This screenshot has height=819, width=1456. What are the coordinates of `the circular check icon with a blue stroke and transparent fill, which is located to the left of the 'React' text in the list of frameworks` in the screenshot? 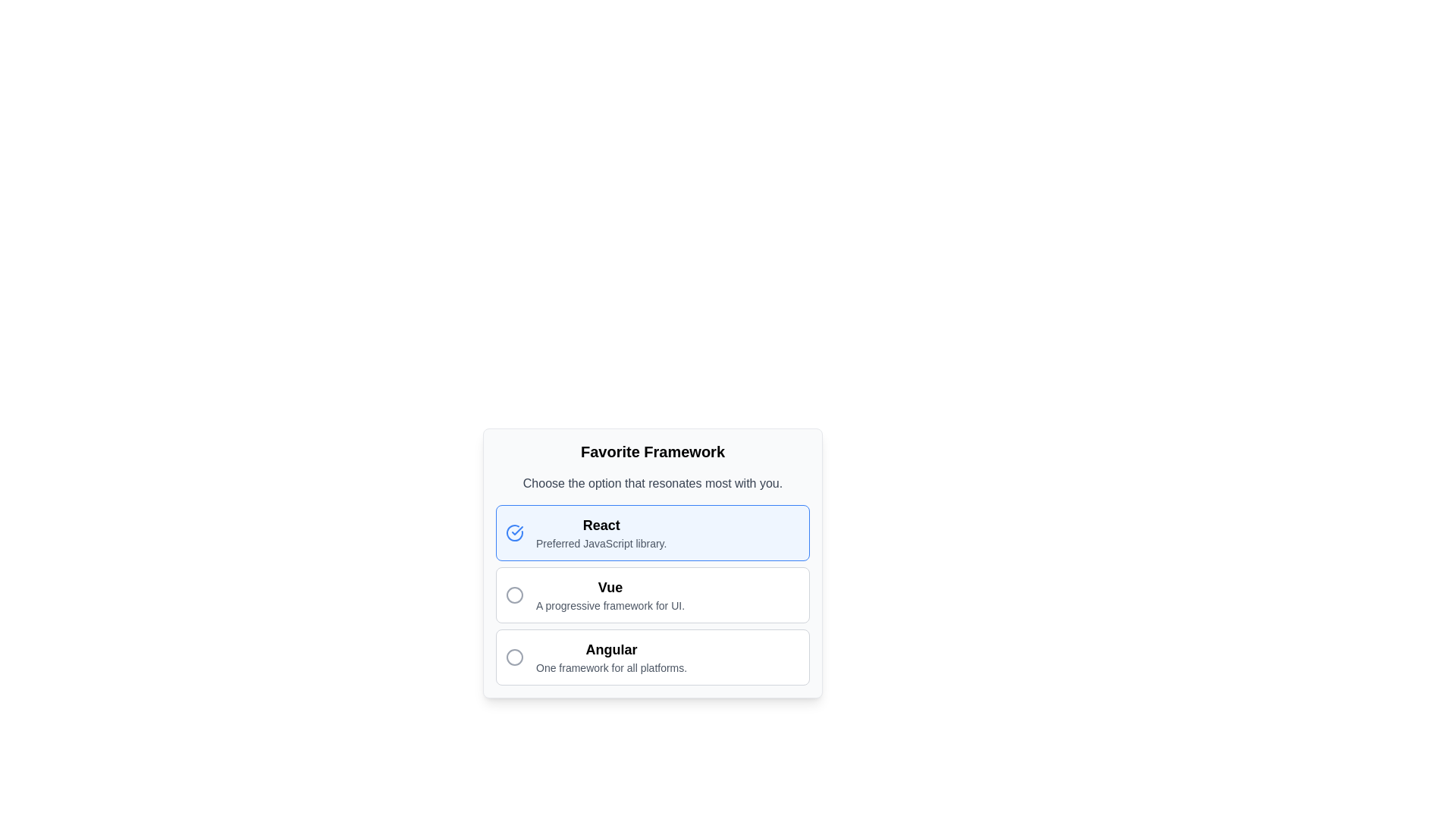 It's located at (514, 532).